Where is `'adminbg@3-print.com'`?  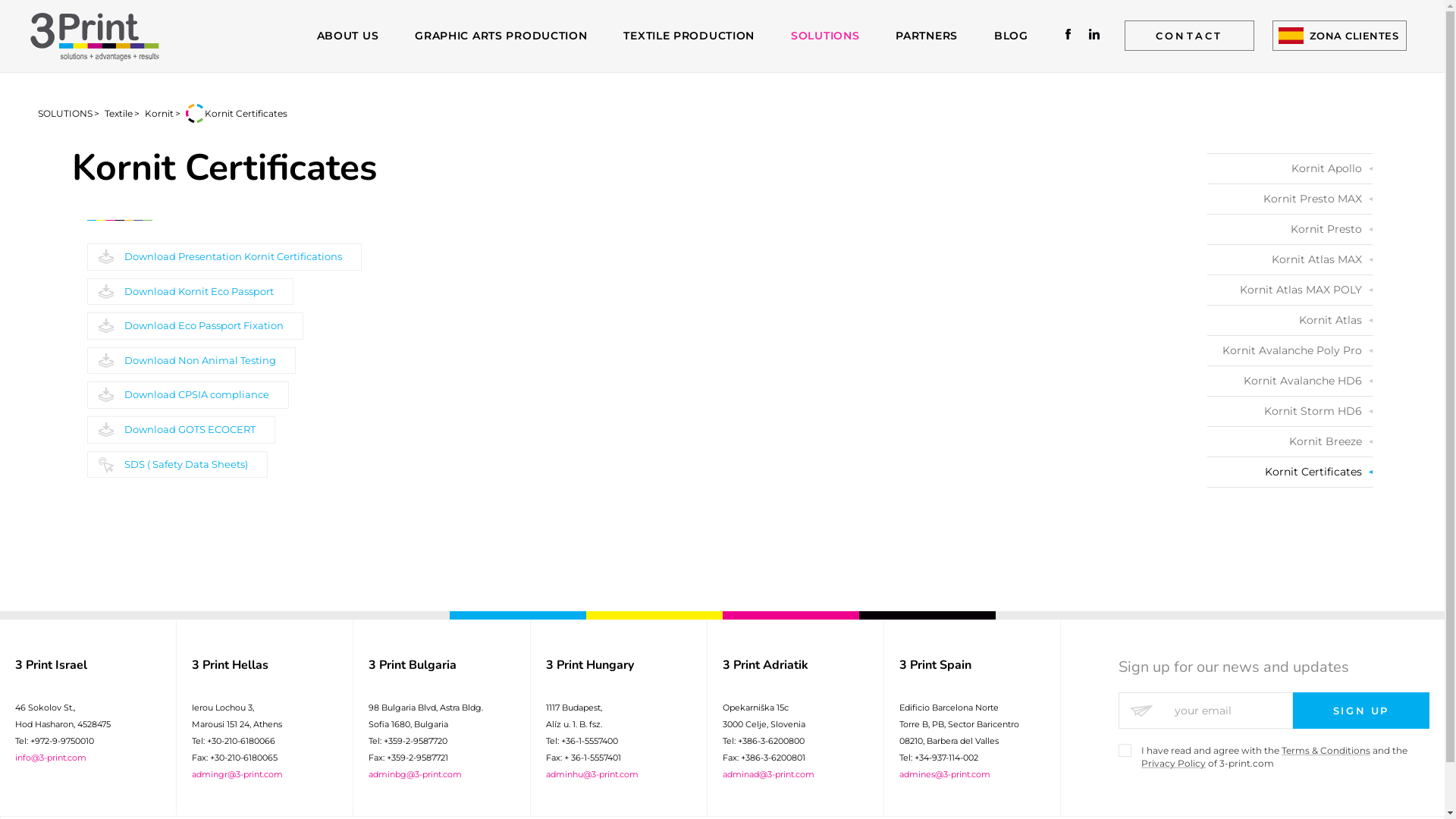 'adminbg@3-print.com' is located at coordinates (415, 774).